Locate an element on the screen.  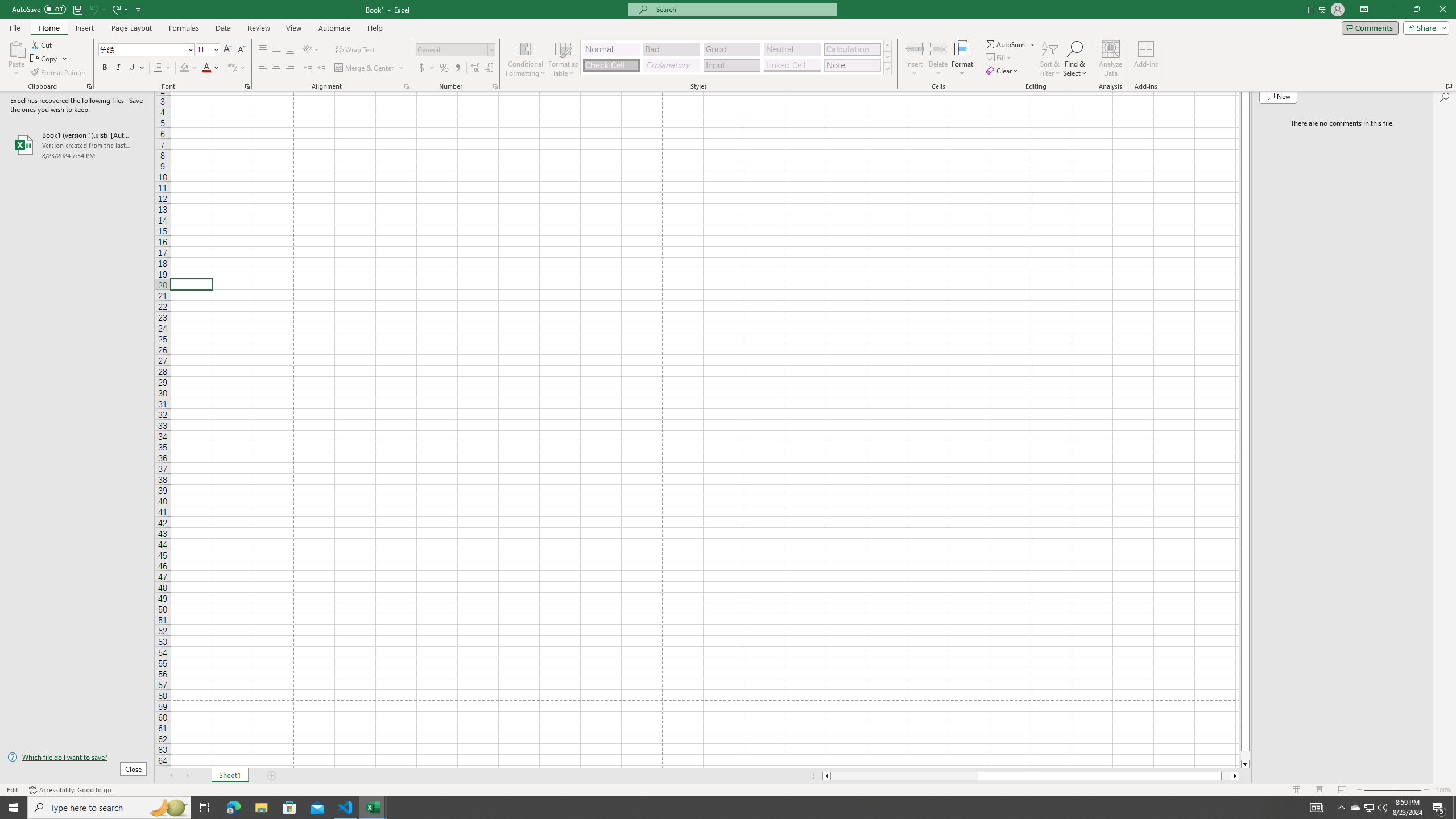
'Share' is located at coordinates (1423, 27).